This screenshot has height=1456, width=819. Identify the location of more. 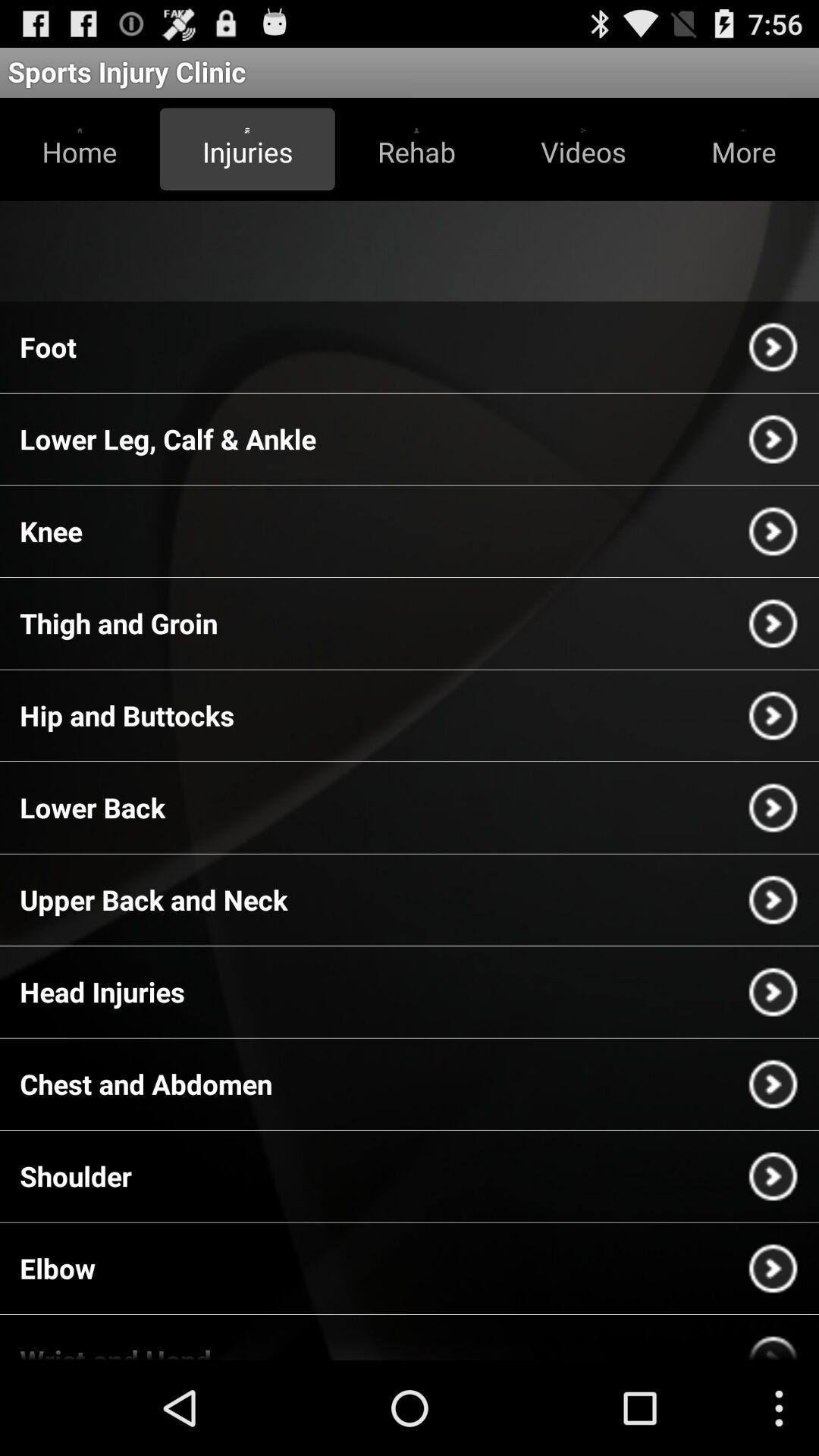
(742, 149).